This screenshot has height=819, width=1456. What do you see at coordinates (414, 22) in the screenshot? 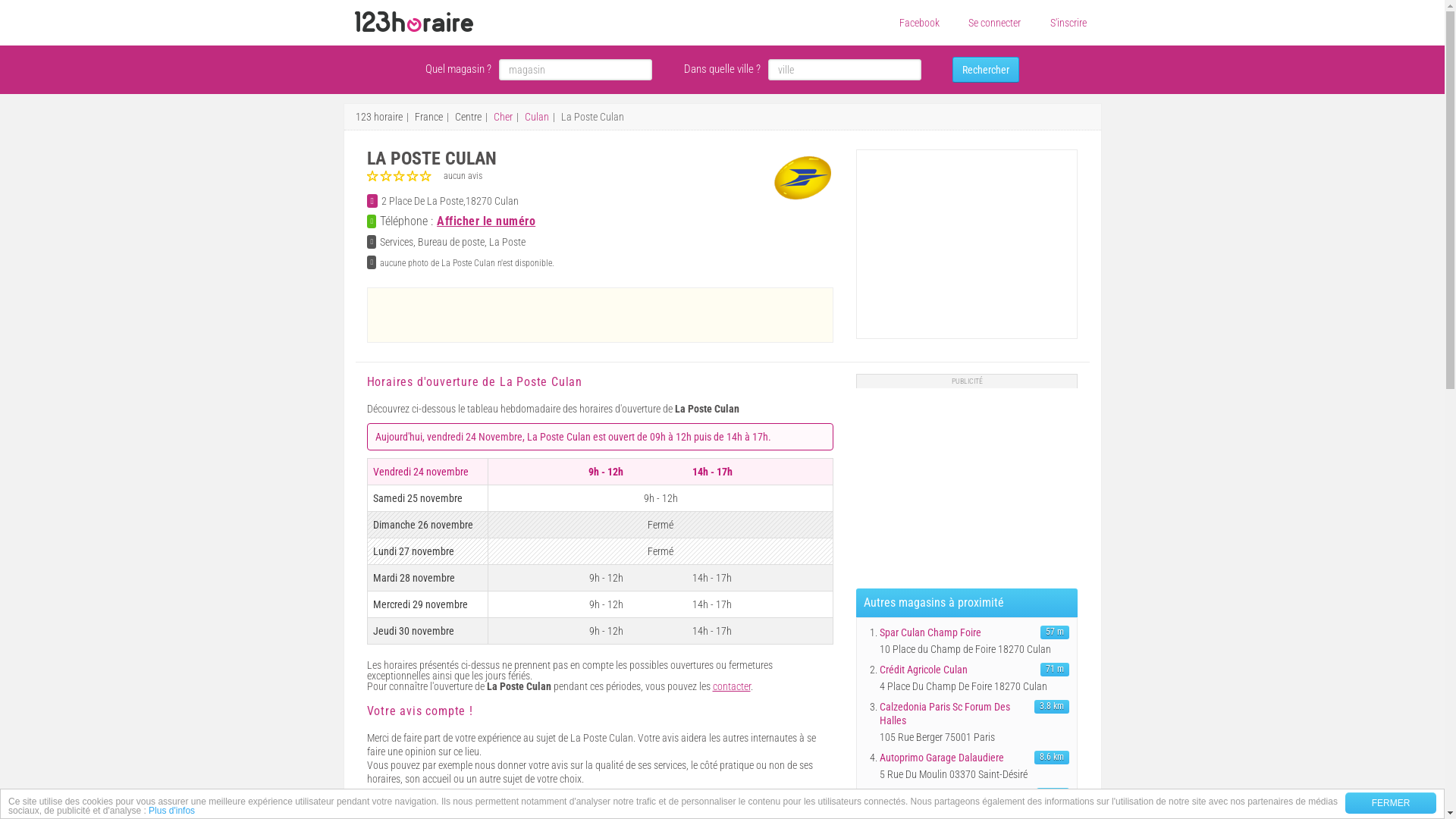
I see `'123horaires'` at bounding box center [414, 22].